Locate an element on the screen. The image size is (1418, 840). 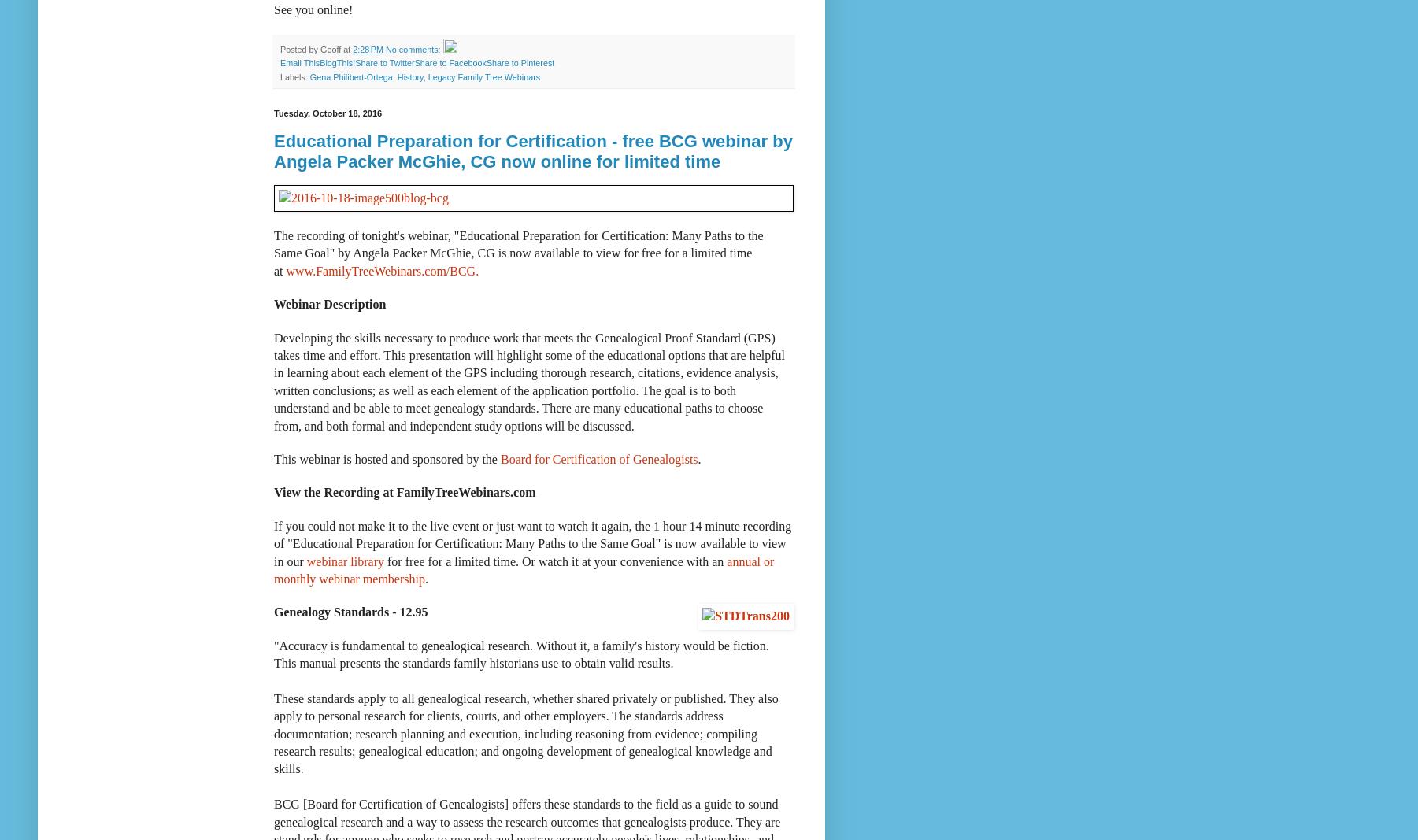
'Geoff' is located at coordinates (329, 48).